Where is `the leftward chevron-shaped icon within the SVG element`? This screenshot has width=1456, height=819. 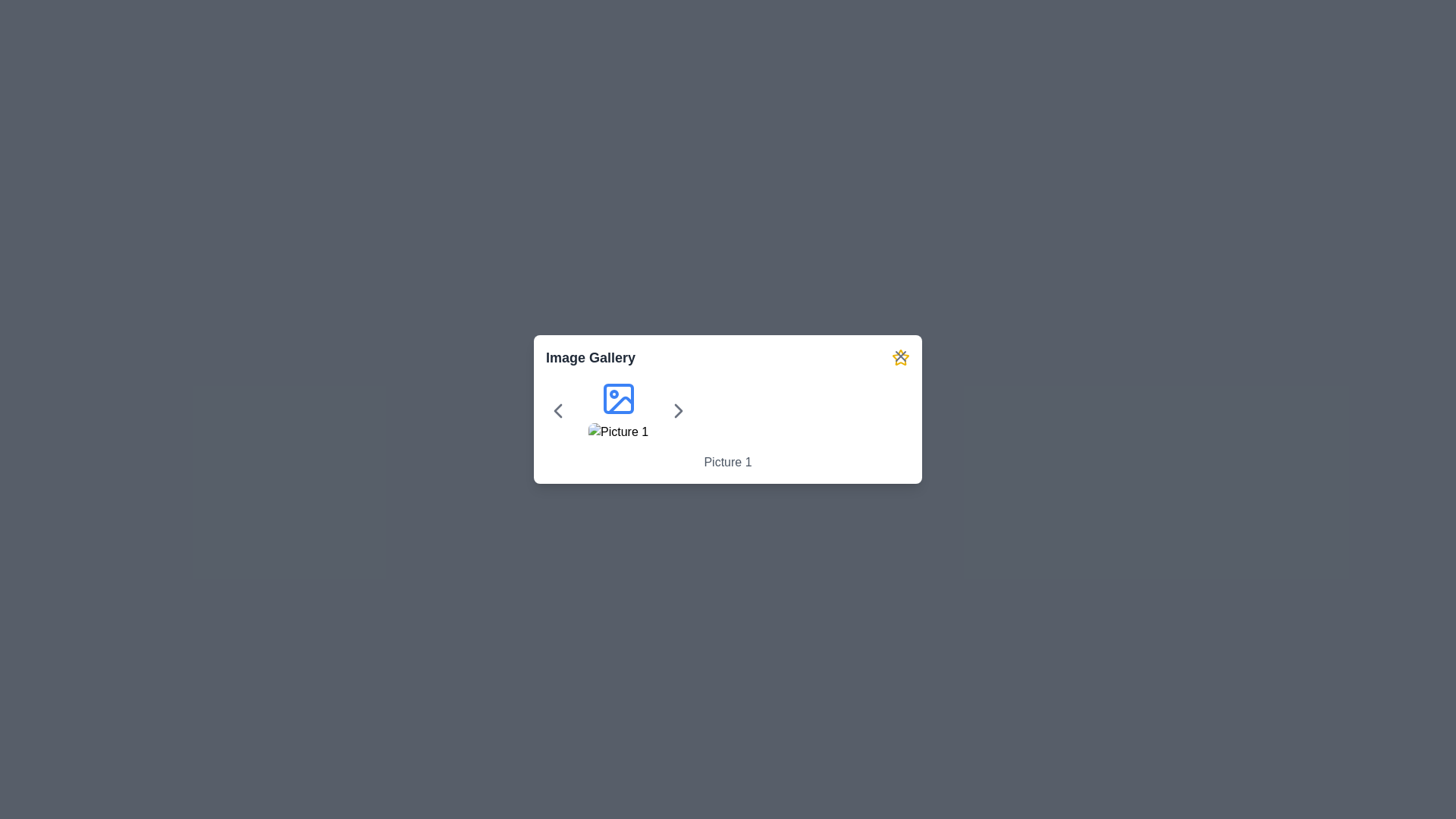
the leftward chevron-shaped icon within the SVG element is located at coordinates (557, 411).